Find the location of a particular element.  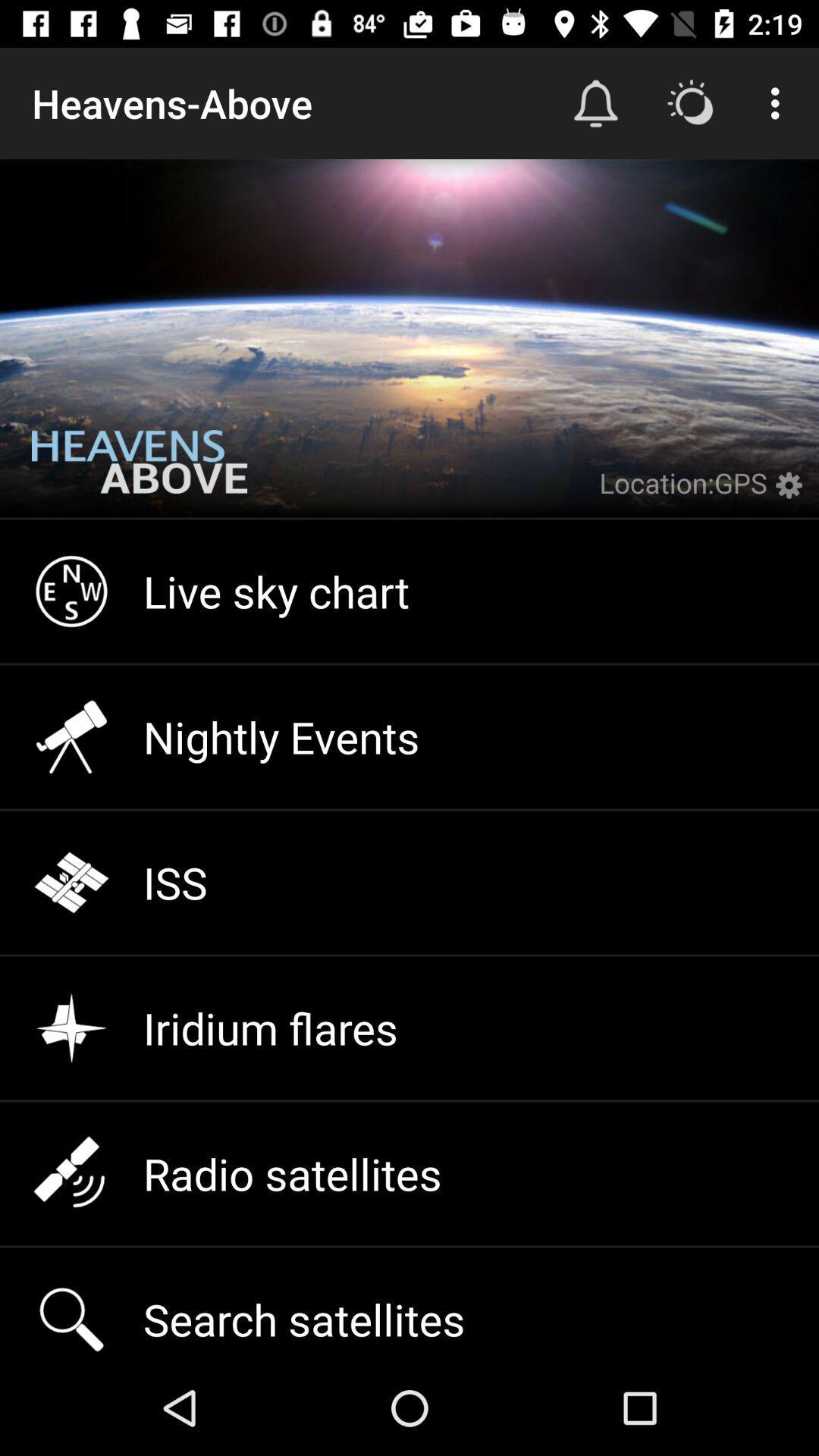

the icon next to the location:gps is located at coordinates (792, 494).